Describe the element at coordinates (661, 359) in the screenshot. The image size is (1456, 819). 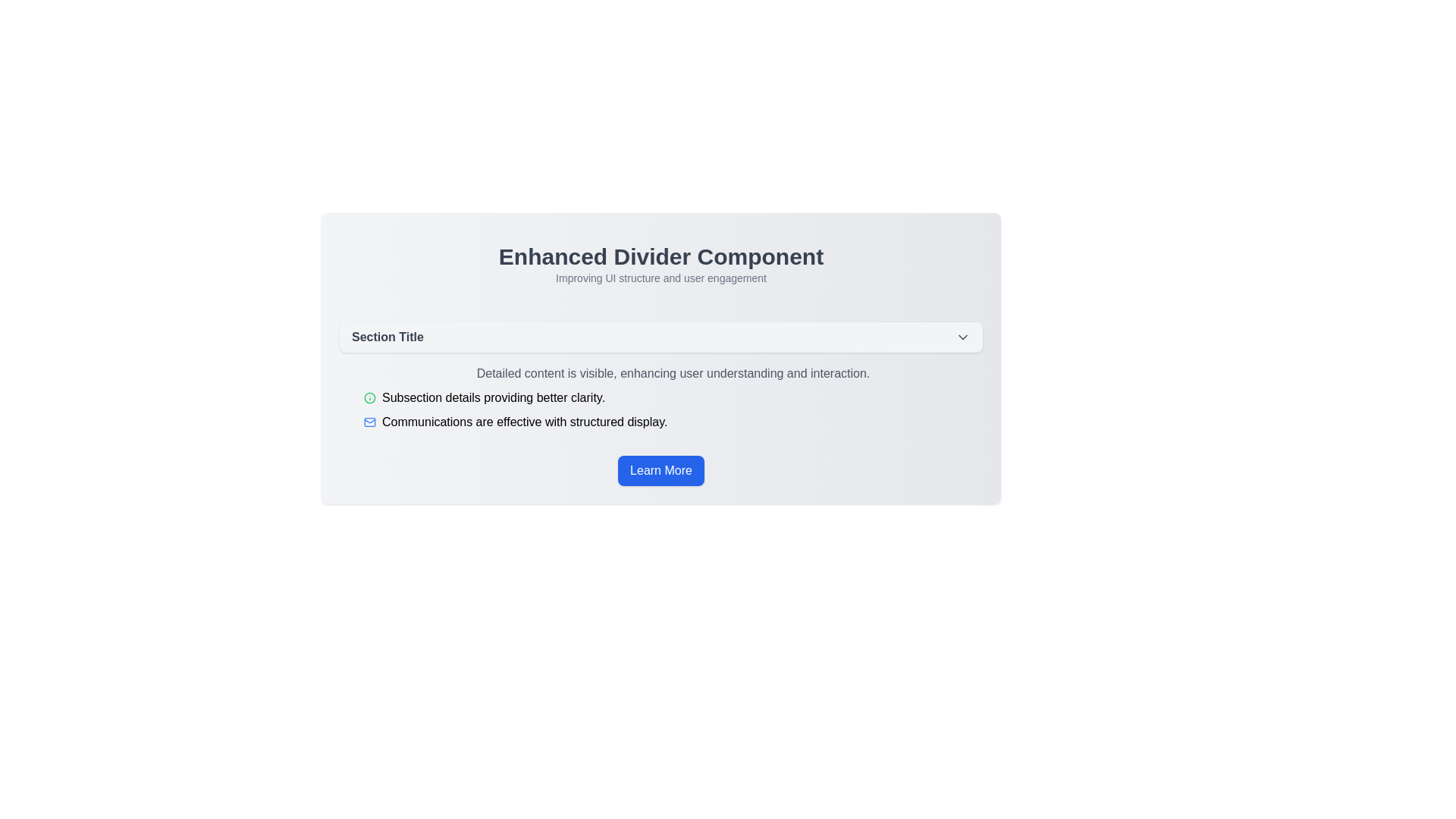
I see `the 'Enhanced Divider Component' which includes a collapsible title bar labeled 'Section Title'` at that location.